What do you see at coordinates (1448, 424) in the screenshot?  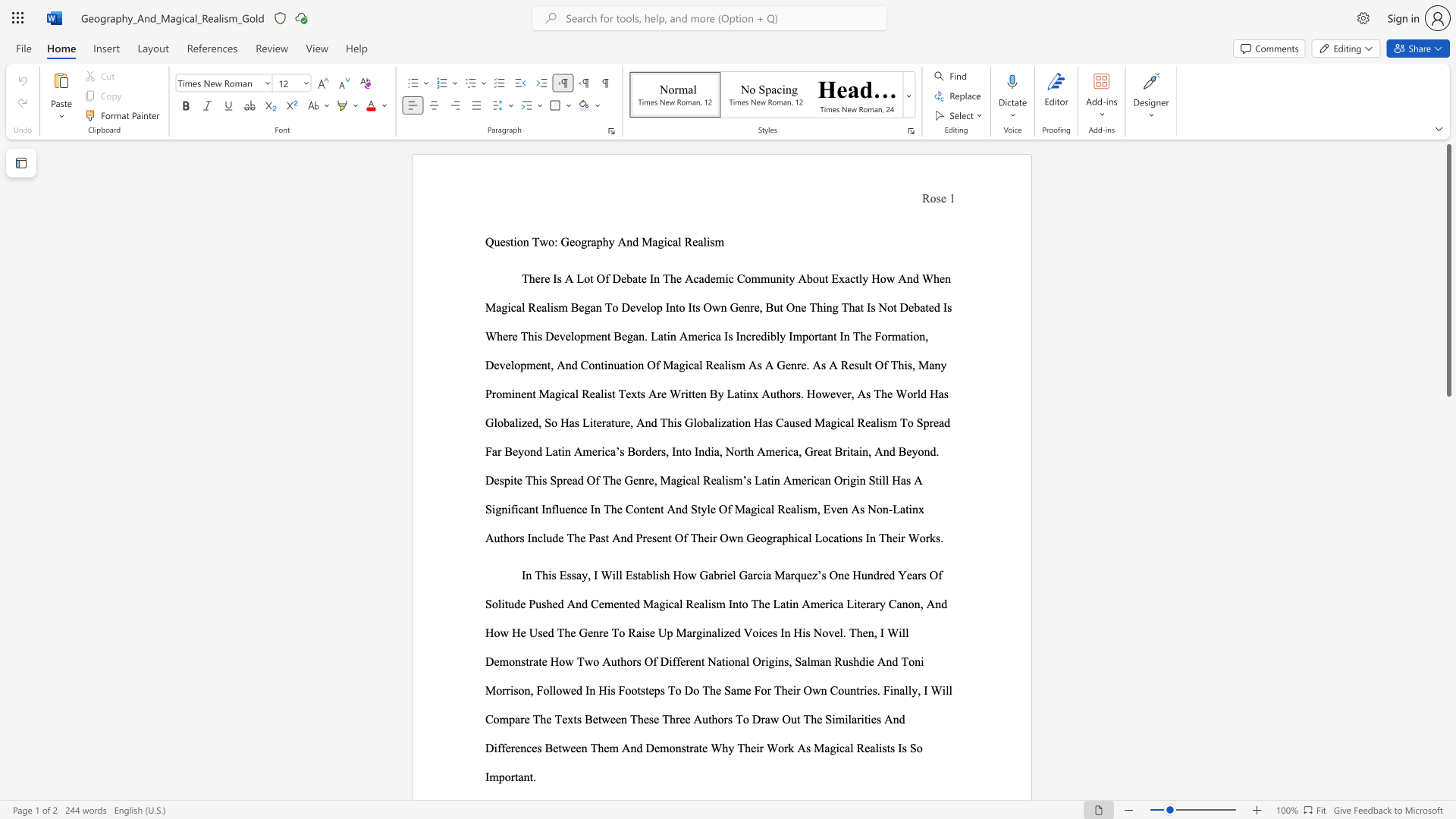 I see `the scrollbar on the side` at bounding box center [1448, 424].